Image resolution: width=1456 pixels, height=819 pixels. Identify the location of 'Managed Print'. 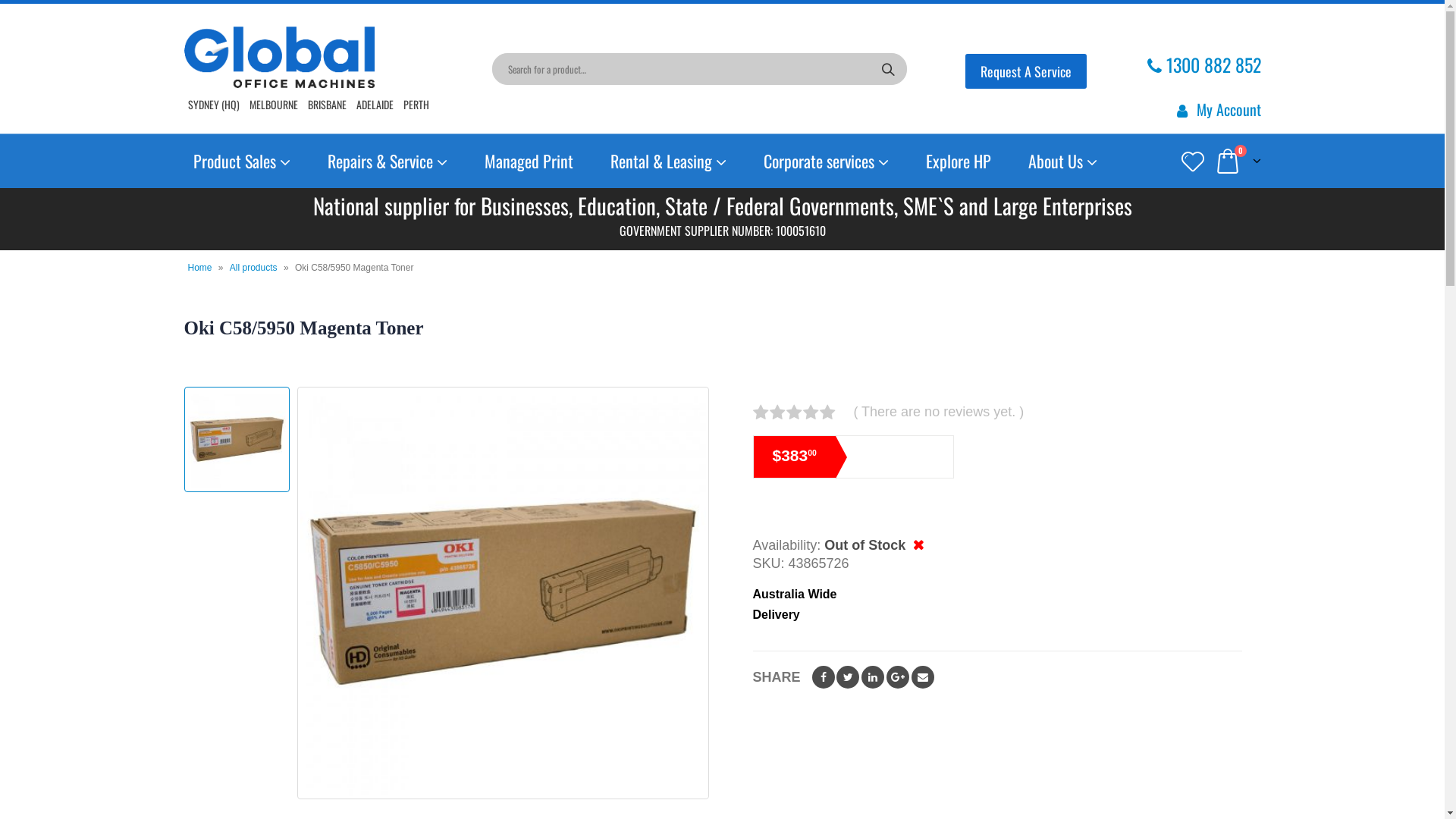
(528, 160).